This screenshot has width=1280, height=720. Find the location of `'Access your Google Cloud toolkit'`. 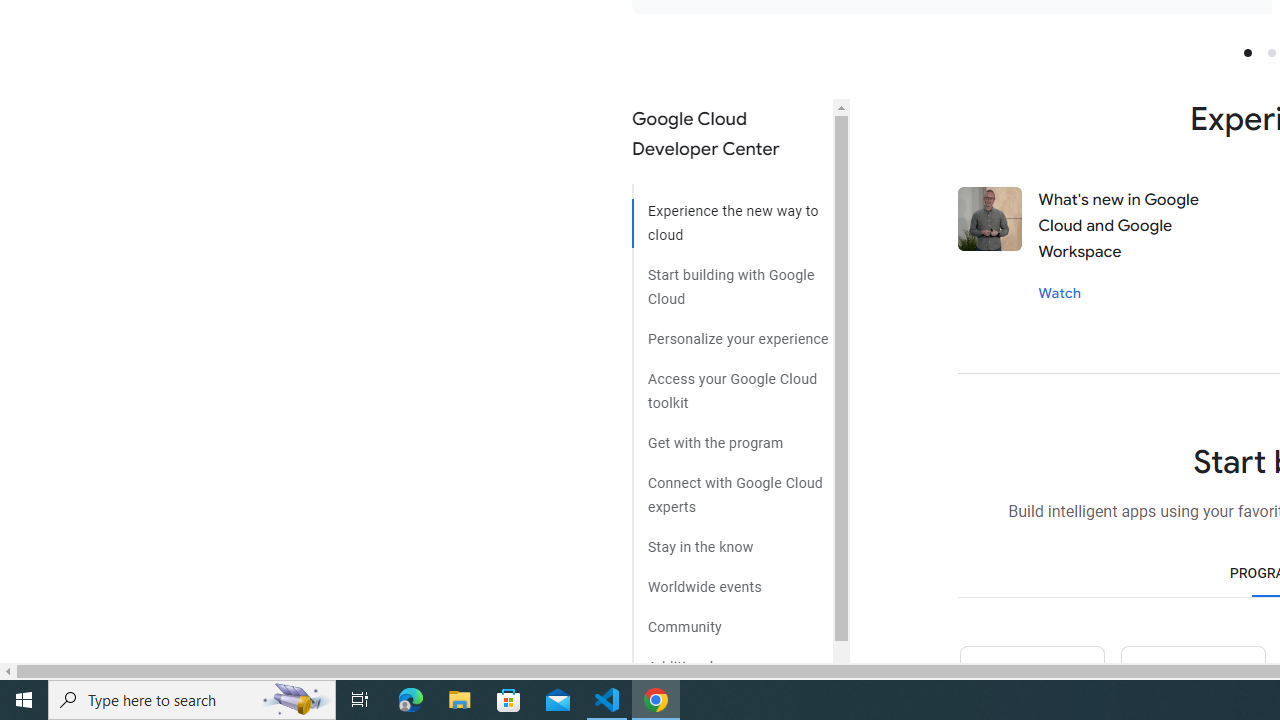

'Access your Google Cloud toolkit' is located at coordinates (731, 384).